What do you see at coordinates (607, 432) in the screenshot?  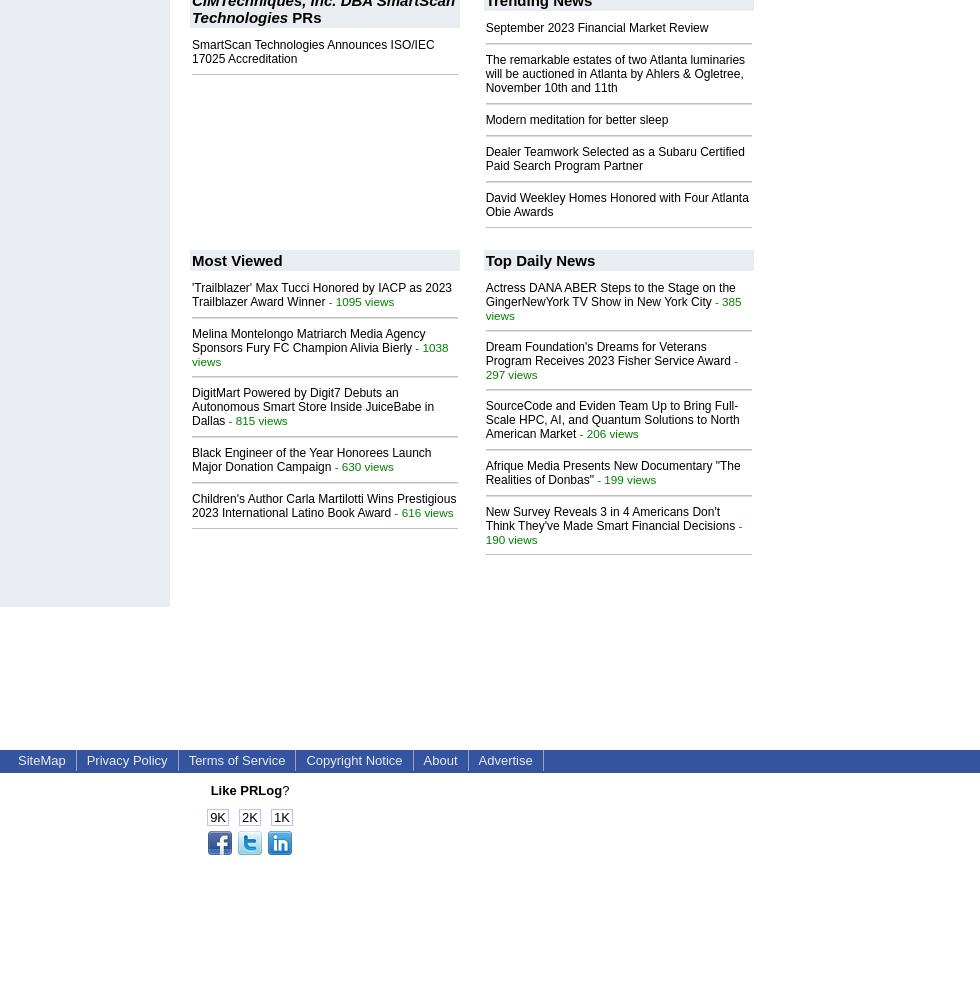 I see `'- 206 views'` at bounding box center [607, 432].